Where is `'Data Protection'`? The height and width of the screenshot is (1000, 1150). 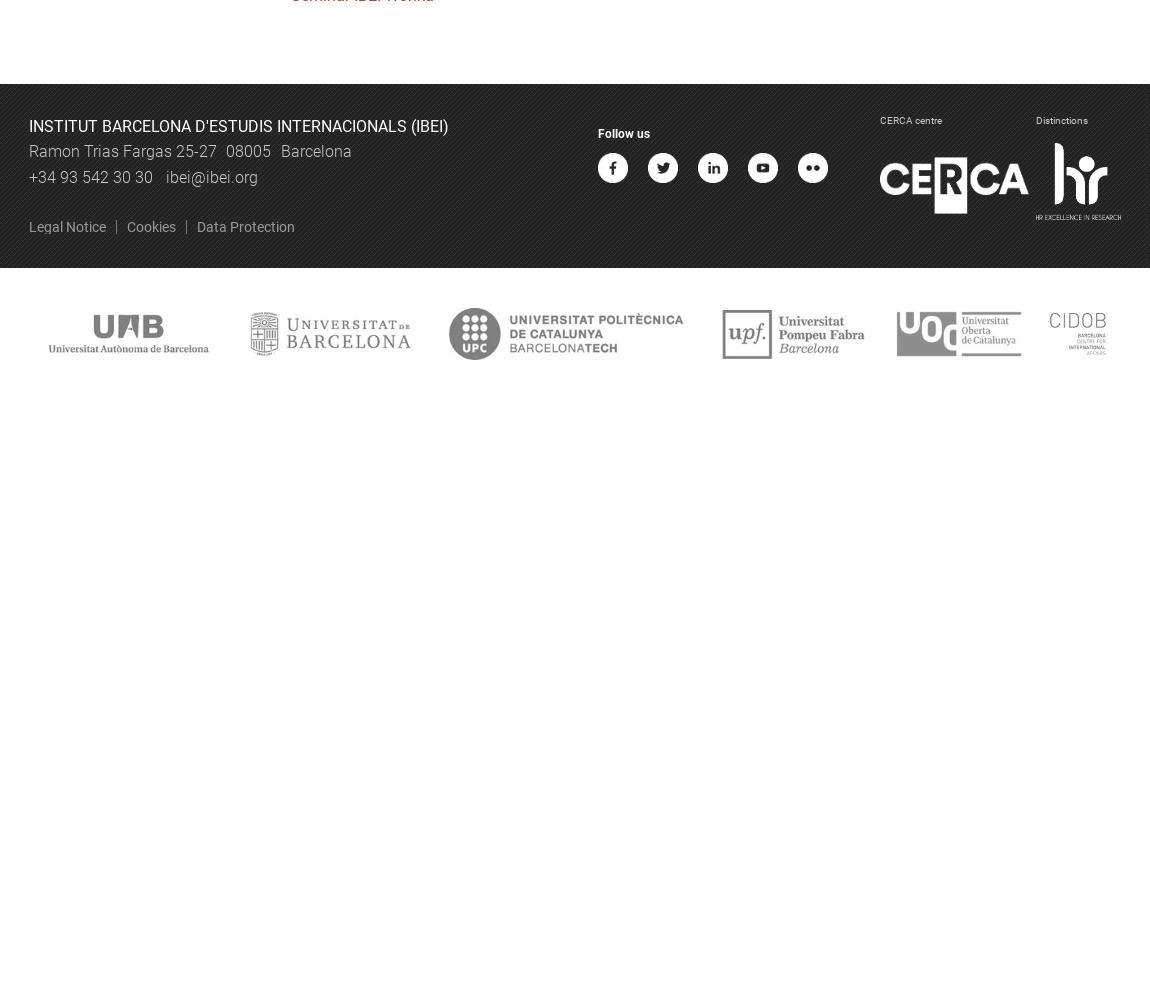
'Data Protection' is located at coordinates (243, 226).